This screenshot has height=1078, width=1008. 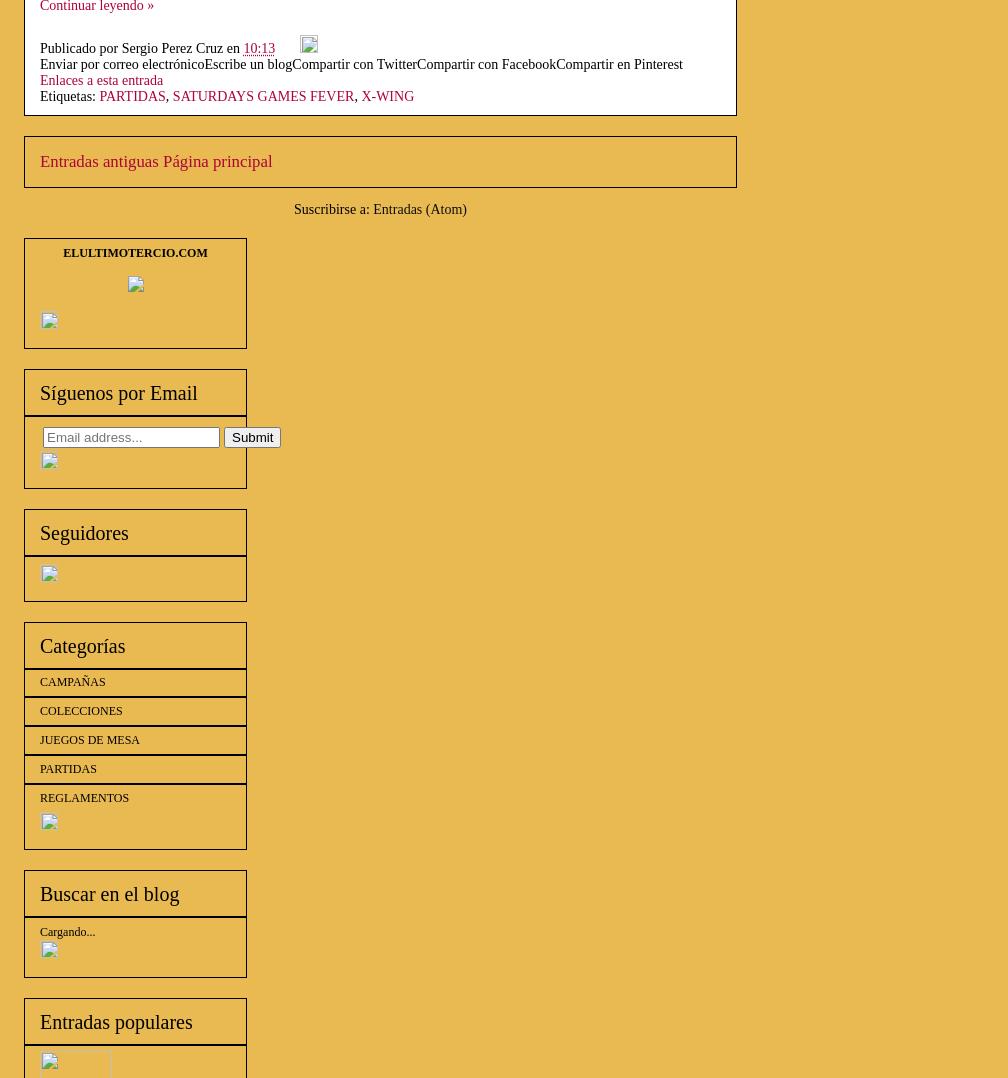 What do you see at coordinates (243, 48) in the screenshot?
I see `'10:13'` at bounding box center [243, 48].